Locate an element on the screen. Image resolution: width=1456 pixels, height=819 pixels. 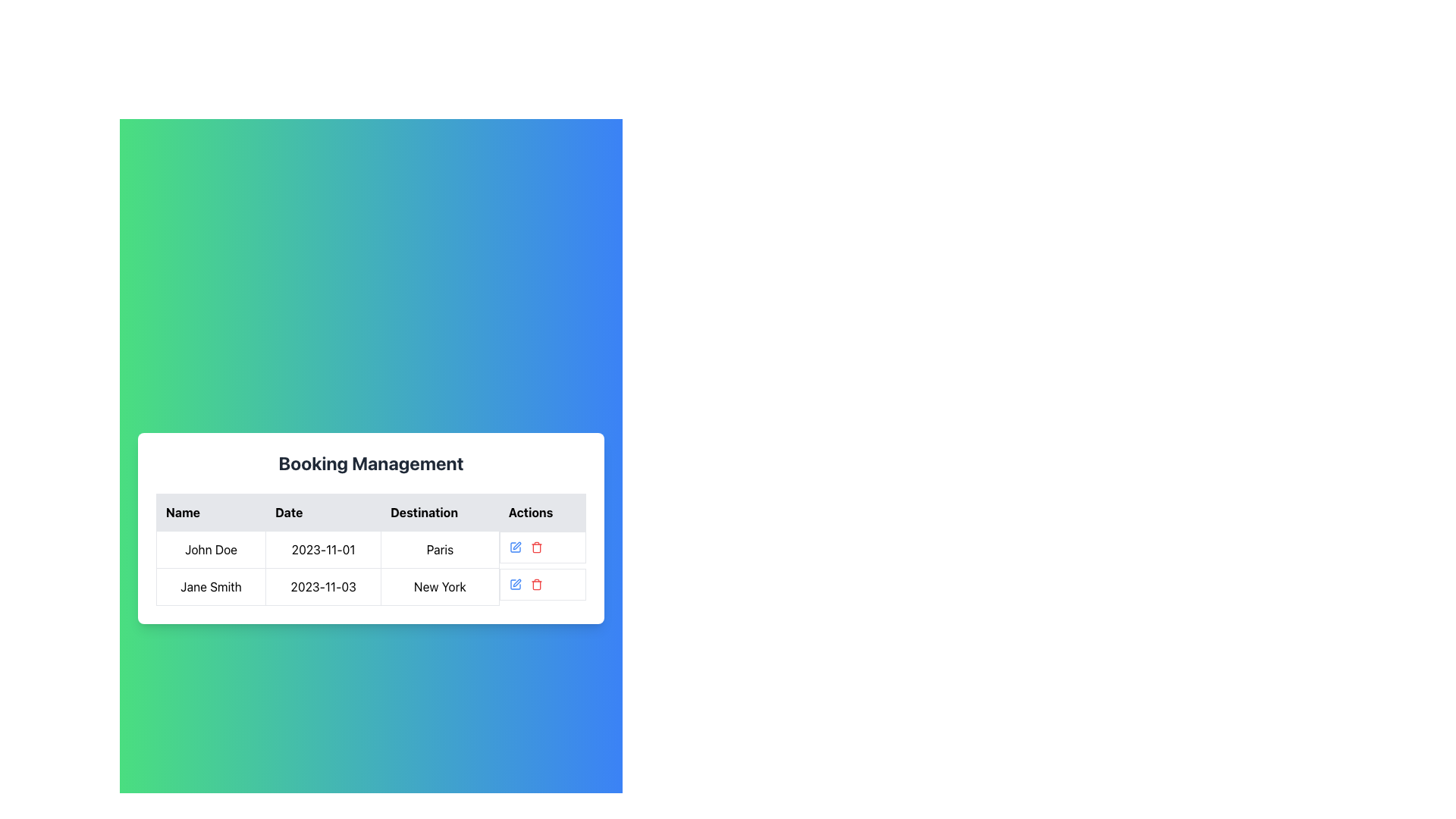
the red trash icon button in the Actions column of the second row is located at coordinates (536, 547).